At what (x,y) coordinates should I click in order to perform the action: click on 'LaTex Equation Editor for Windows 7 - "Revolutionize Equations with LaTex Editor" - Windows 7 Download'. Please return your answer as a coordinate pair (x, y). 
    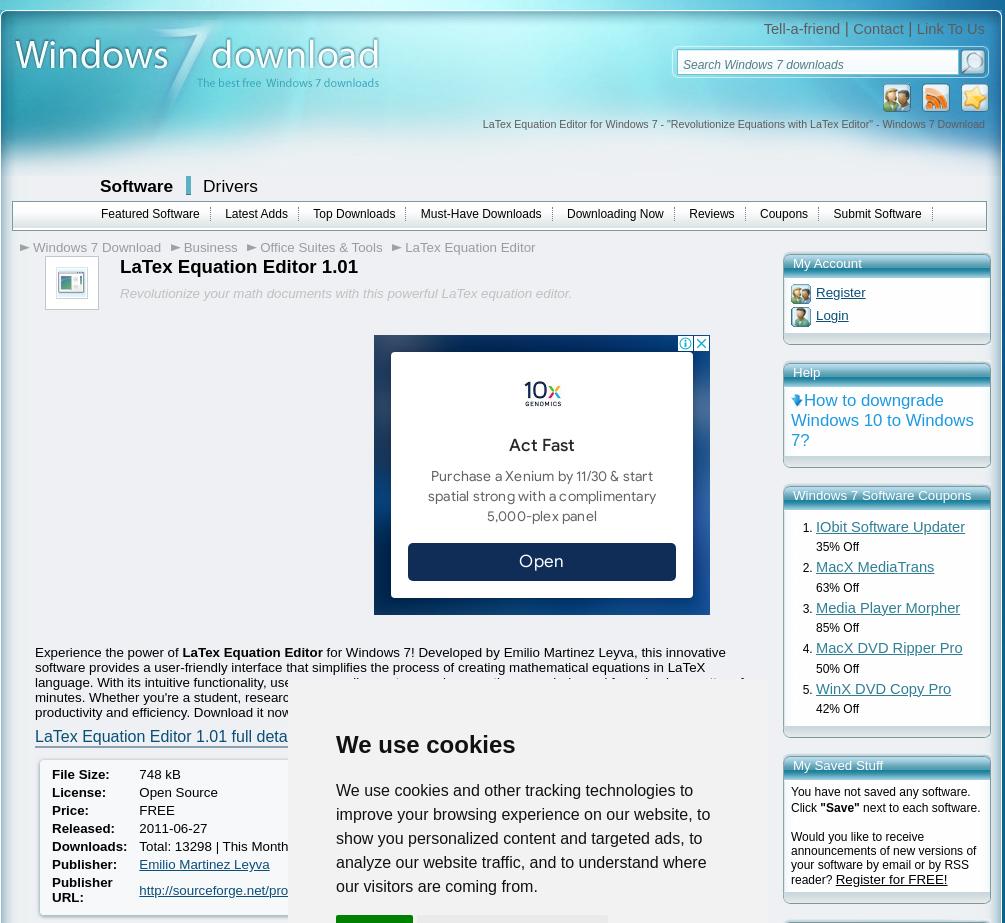
    Looking at the image, I should click on (733, 123).